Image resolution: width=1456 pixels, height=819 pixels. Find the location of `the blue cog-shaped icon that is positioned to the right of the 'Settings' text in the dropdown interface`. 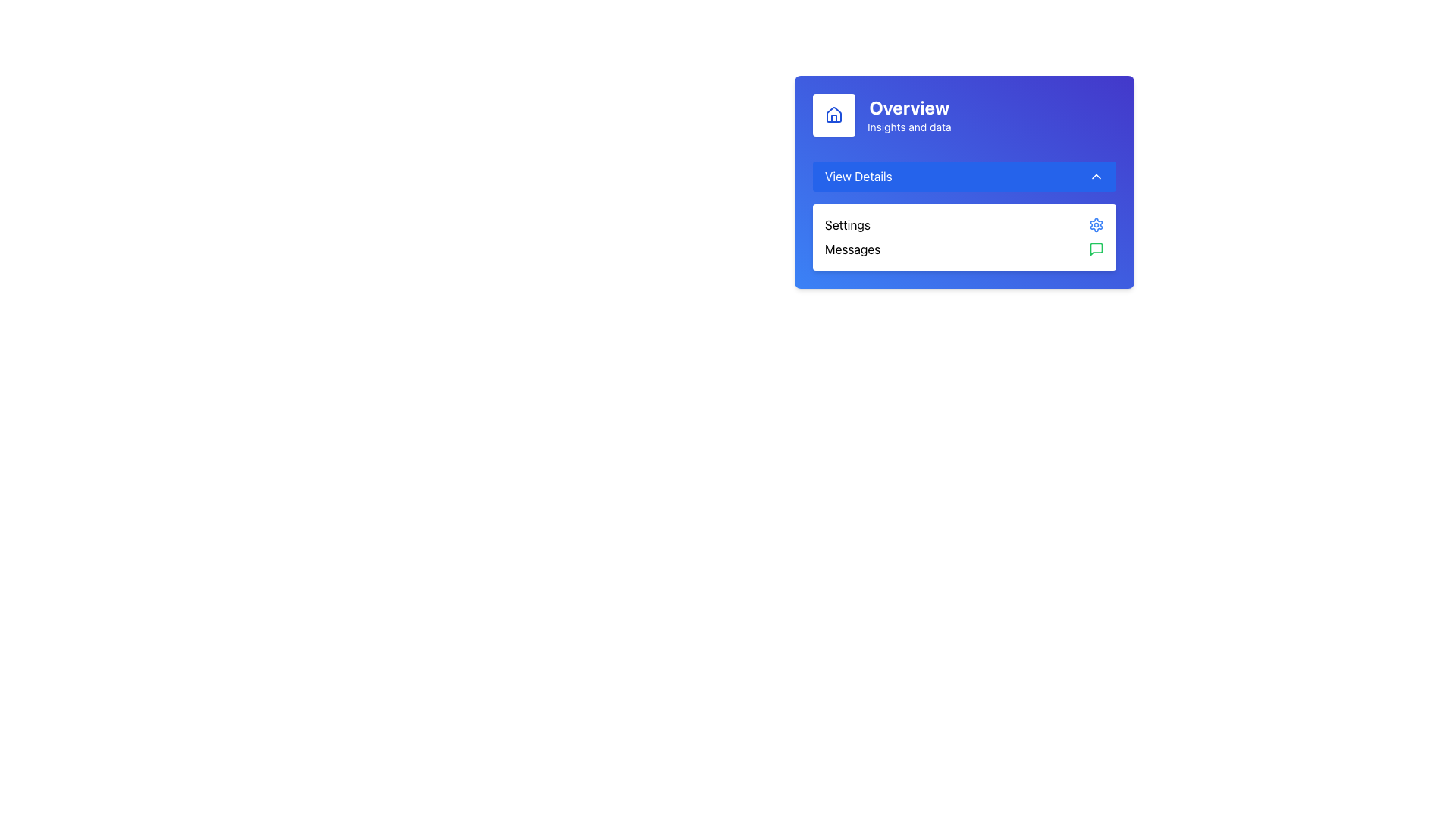

the blue cog-shaped icon that is positioned to the right of the 'Settings' text in the dropdown interface is located at coordinates (1096, 225).